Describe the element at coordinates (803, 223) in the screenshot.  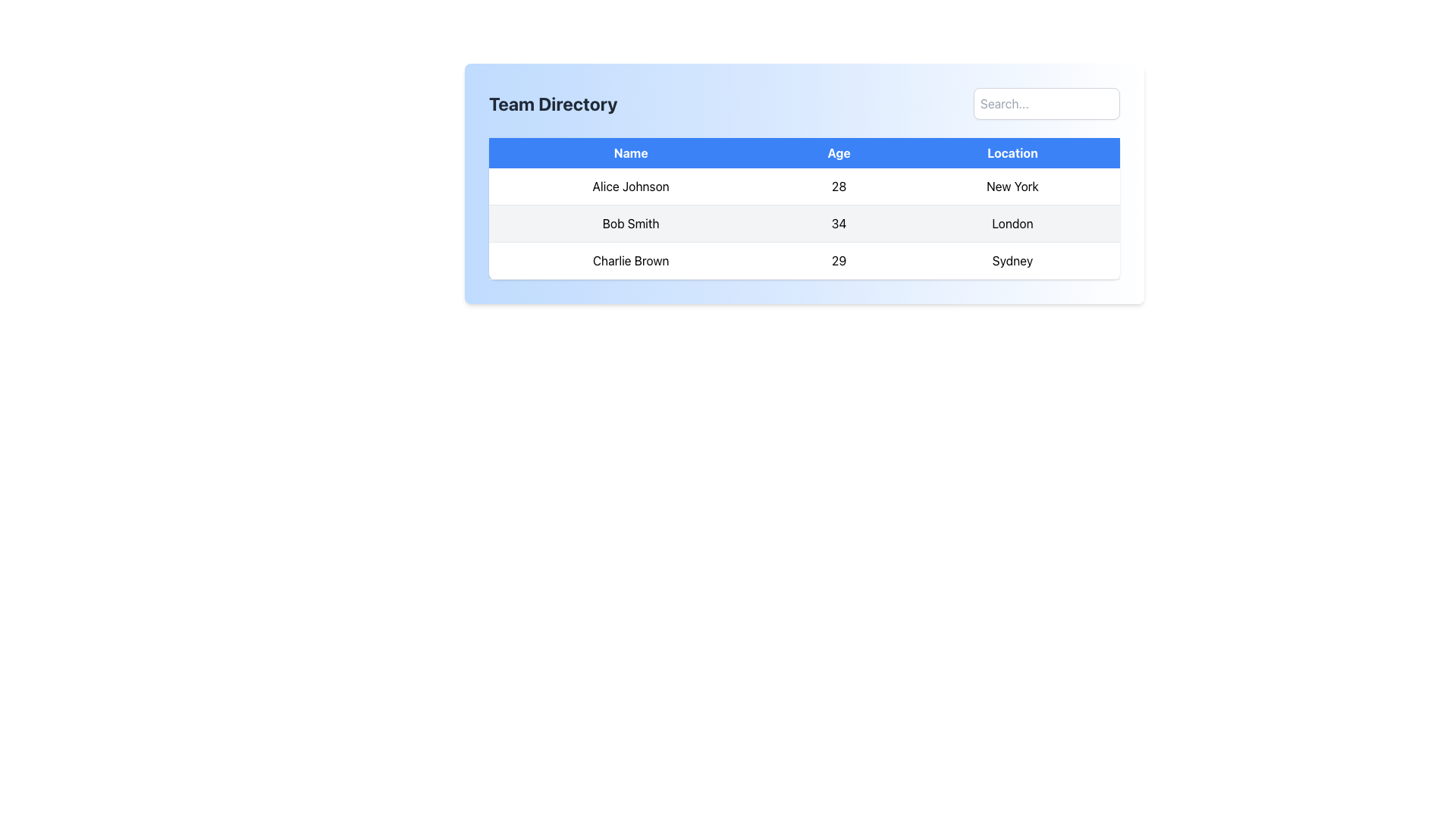
I see `the second row of the table displaying data for 'Bob Smith' to highlight details` at that location.